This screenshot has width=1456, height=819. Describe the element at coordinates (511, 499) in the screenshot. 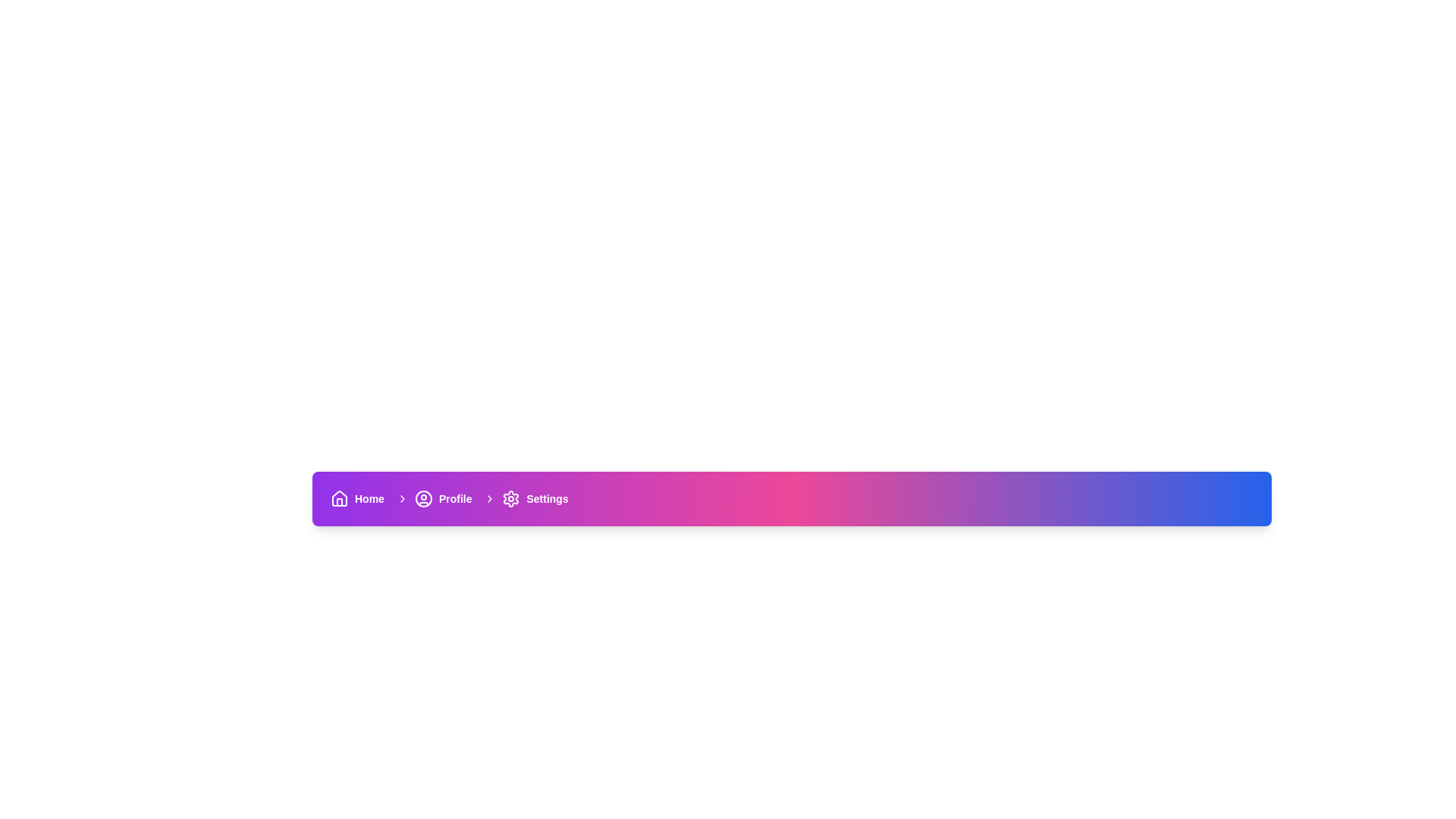

I see `the gear-shaped icon in the bottom navigation bar` at that location.